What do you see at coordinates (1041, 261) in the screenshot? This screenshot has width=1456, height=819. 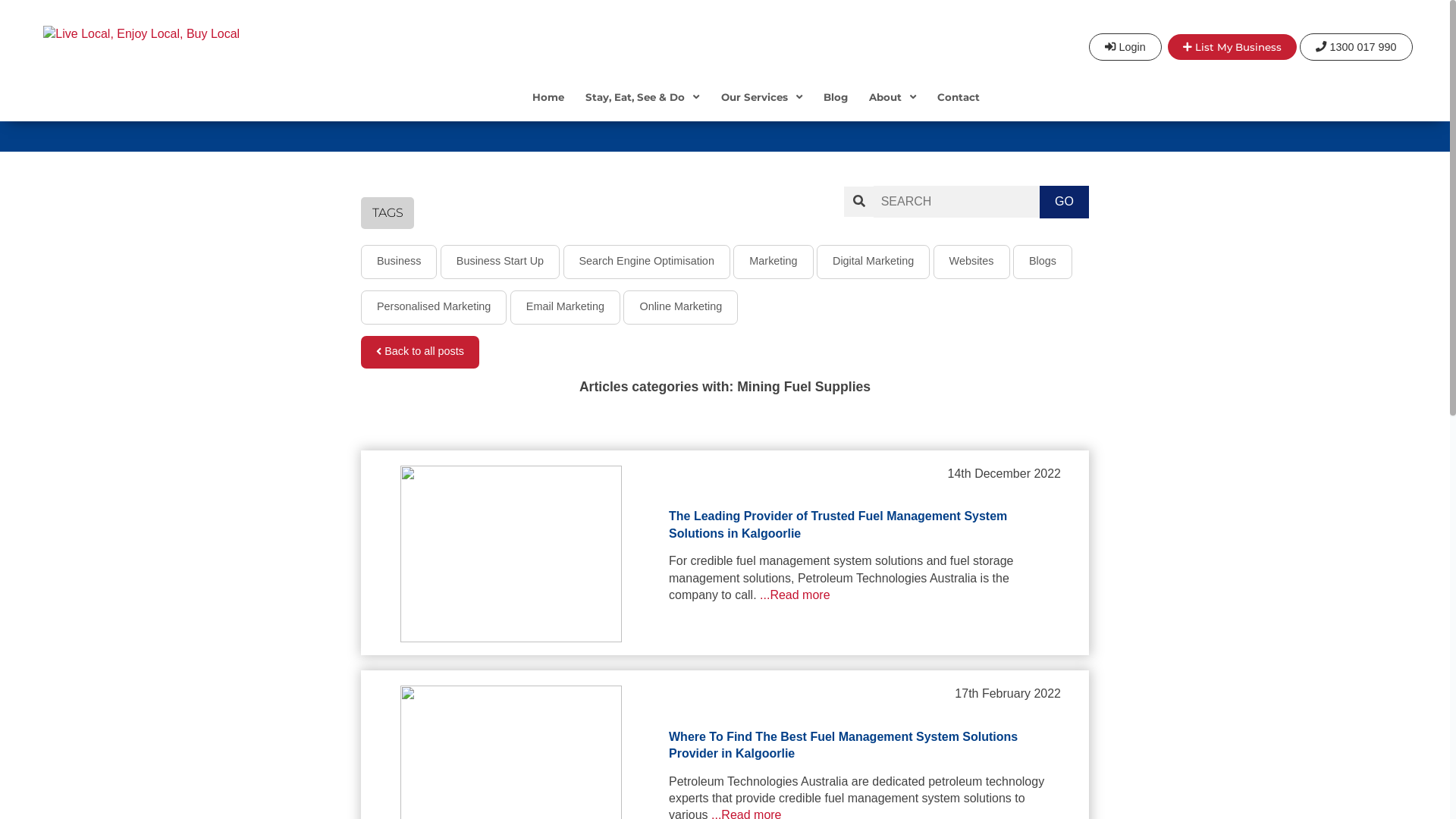 I see `'Blogs'` at bounding box center [1041, 261].